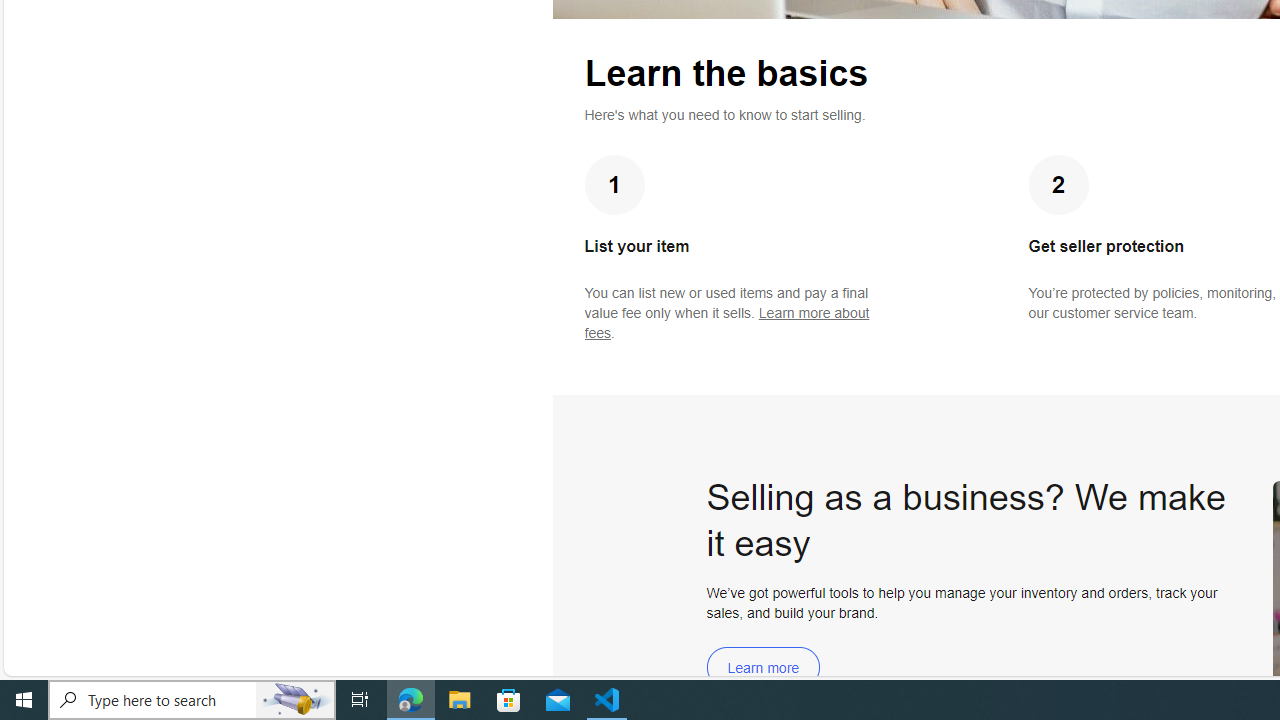  I want to click on 'Learn more about fees - opens in new window or tab.', so click(726, 322).